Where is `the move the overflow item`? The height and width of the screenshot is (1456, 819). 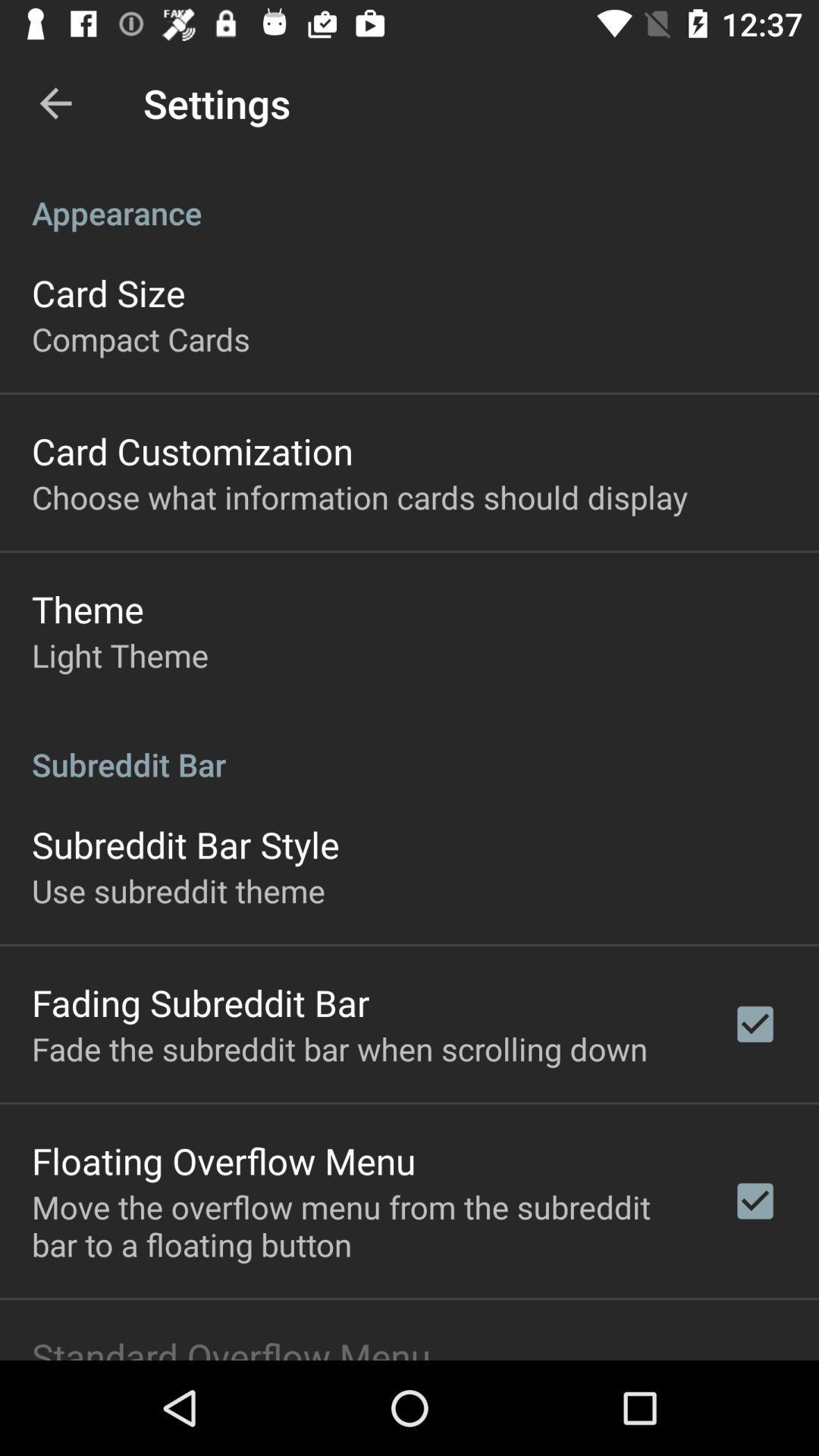 the move the overflow item is located at coordinates (362, 1225).